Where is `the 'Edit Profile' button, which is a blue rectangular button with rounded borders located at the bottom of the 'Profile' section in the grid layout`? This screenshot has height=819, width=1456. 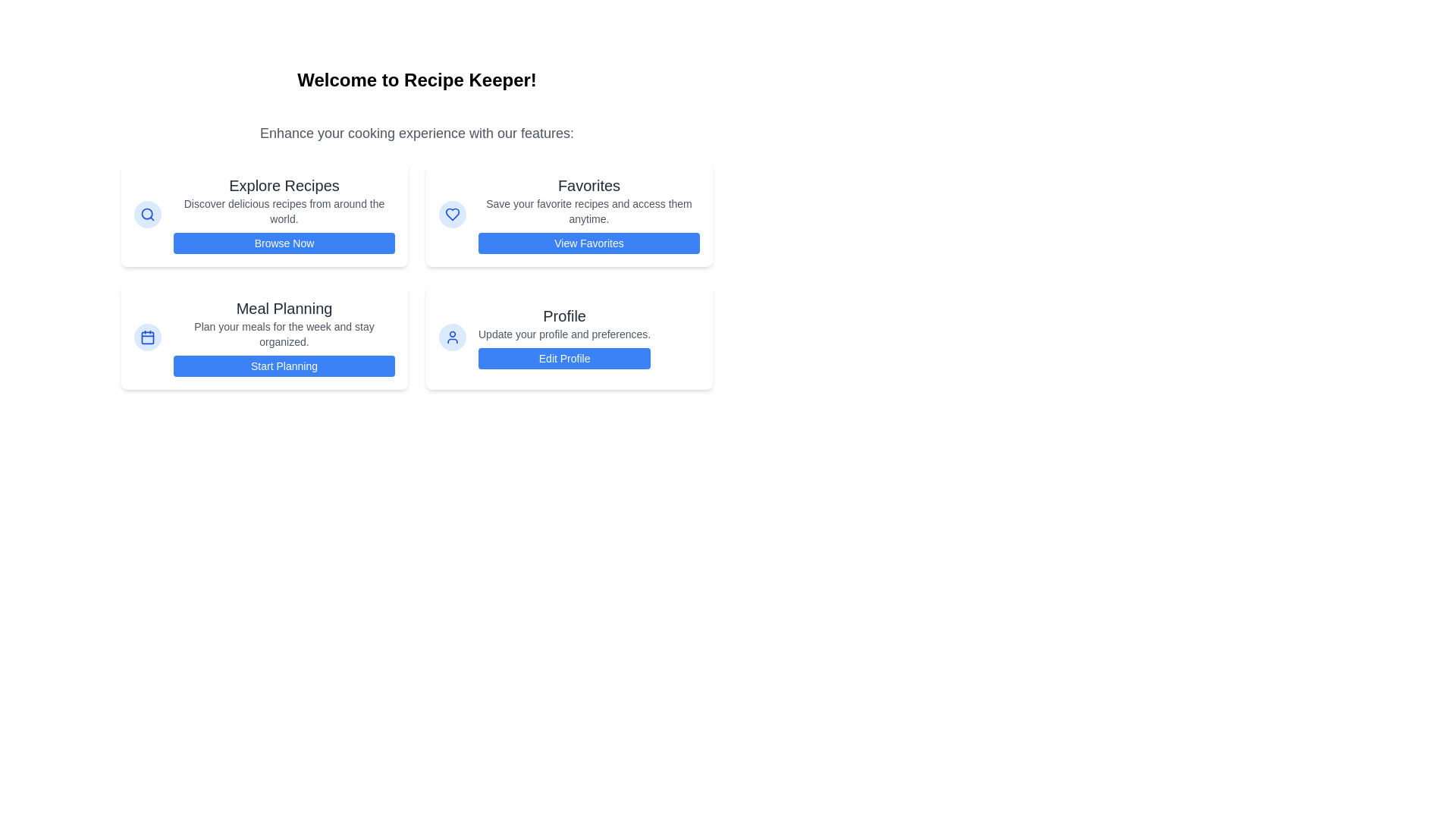 the 'Edit Profile' button, which is a blue rectangular button with rounded borders located at the bottom of the 'Profile' section in the grid layout is located at coordinates (563, 359).